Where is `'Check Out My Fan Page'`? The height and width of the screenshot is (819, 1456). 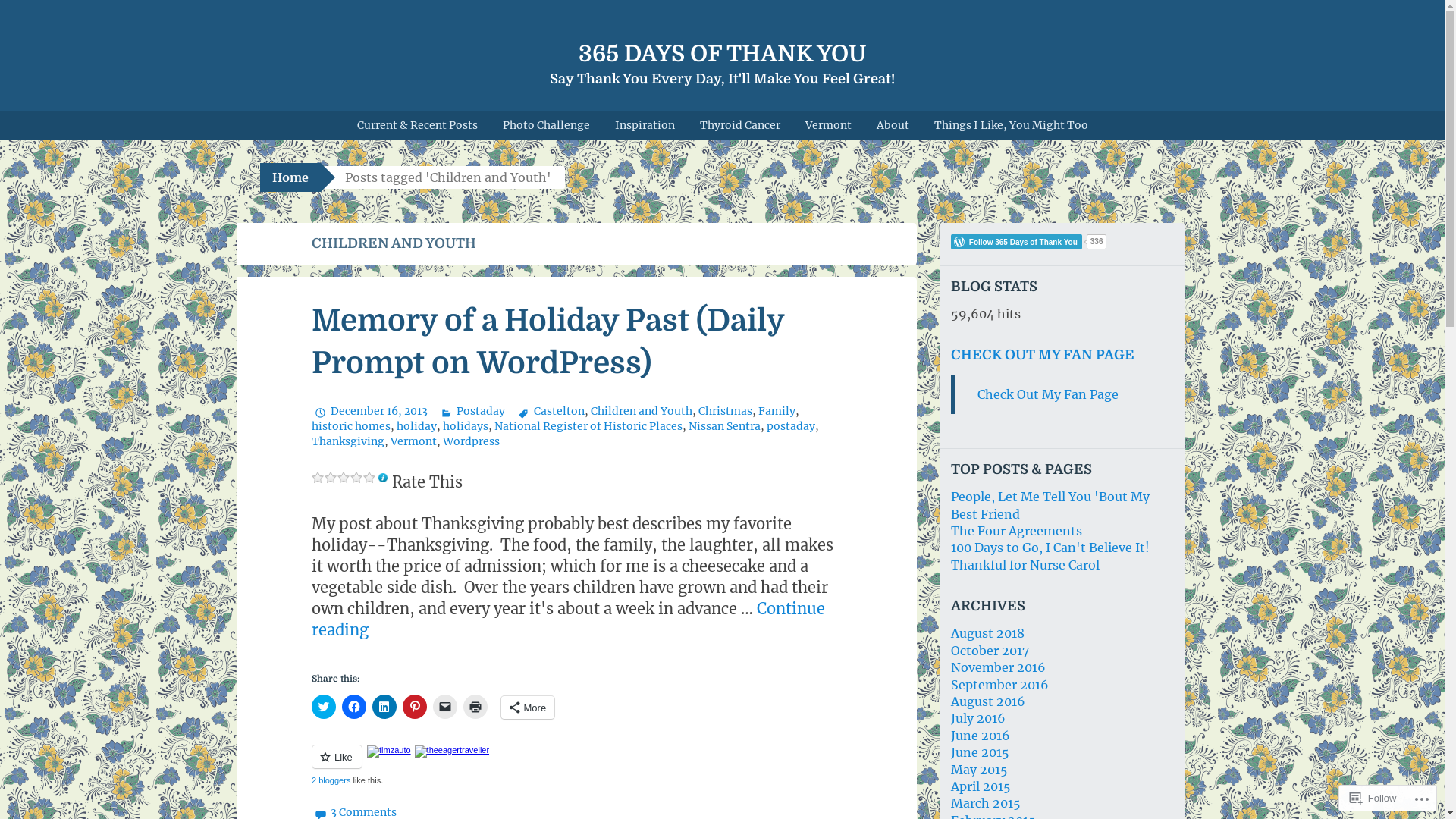
'Check Out My Fan Page' is located at coordinates (1046, 394).